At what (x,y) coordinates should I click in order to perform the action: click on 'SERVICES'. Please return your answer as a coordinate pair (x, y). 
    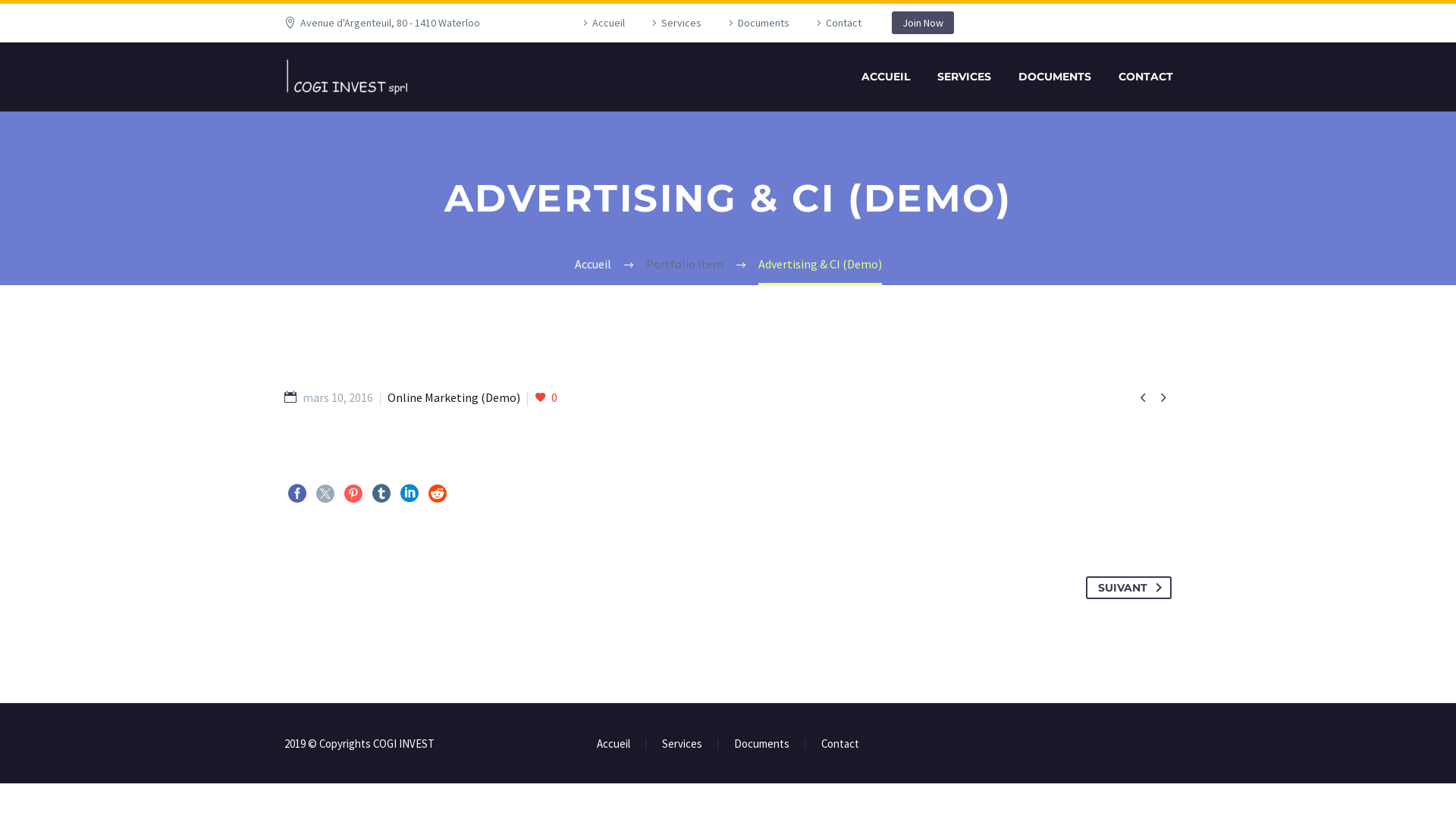
    Looking at the image, I should click on (963, 77).